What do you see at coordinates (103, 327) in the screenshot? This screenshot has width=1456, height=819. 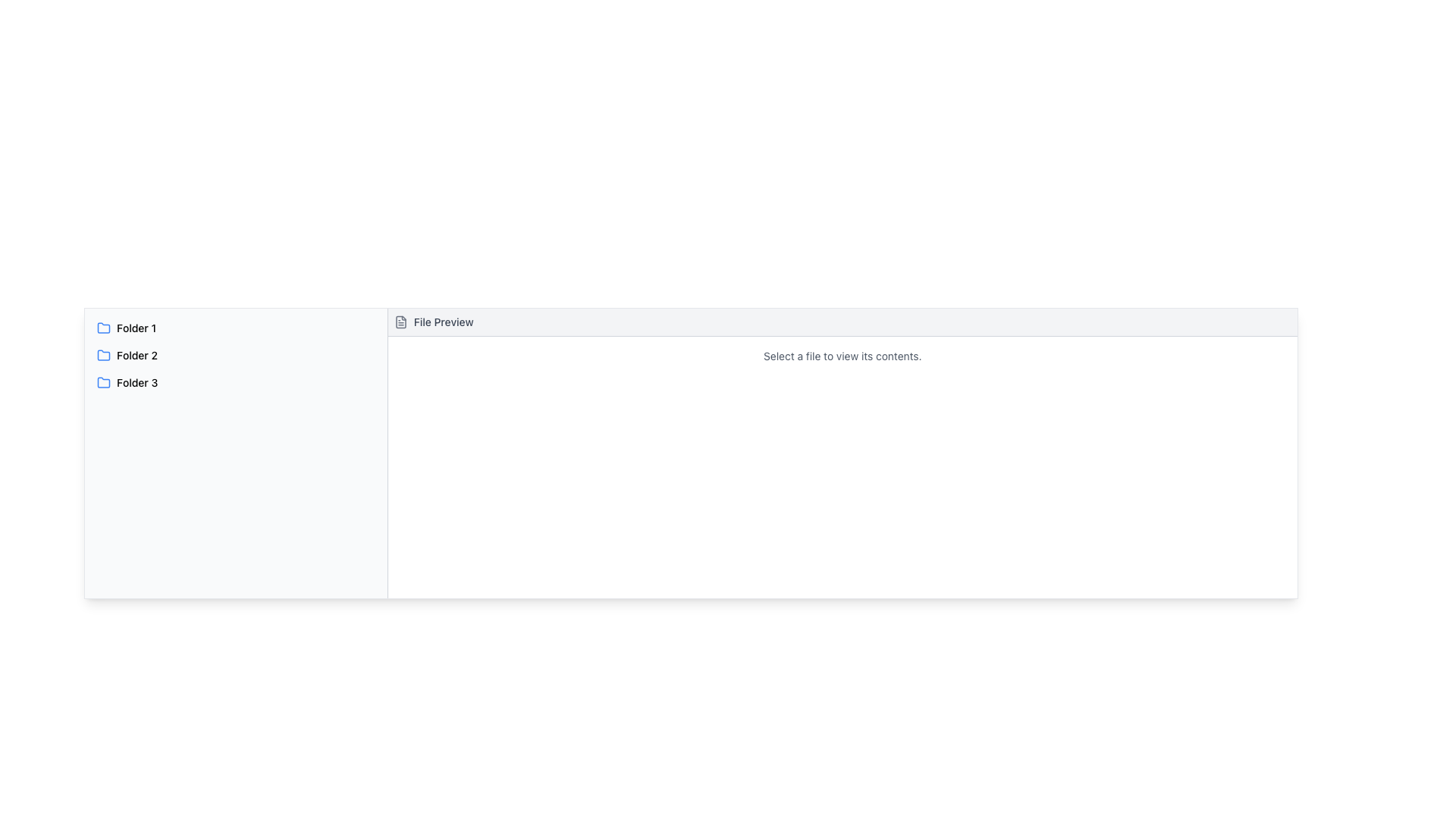 I see `the folder icon located to the left of the text label 'Folder 1' in the vertically arranged list of folders in the left panel` at bounding box center [103, 327].